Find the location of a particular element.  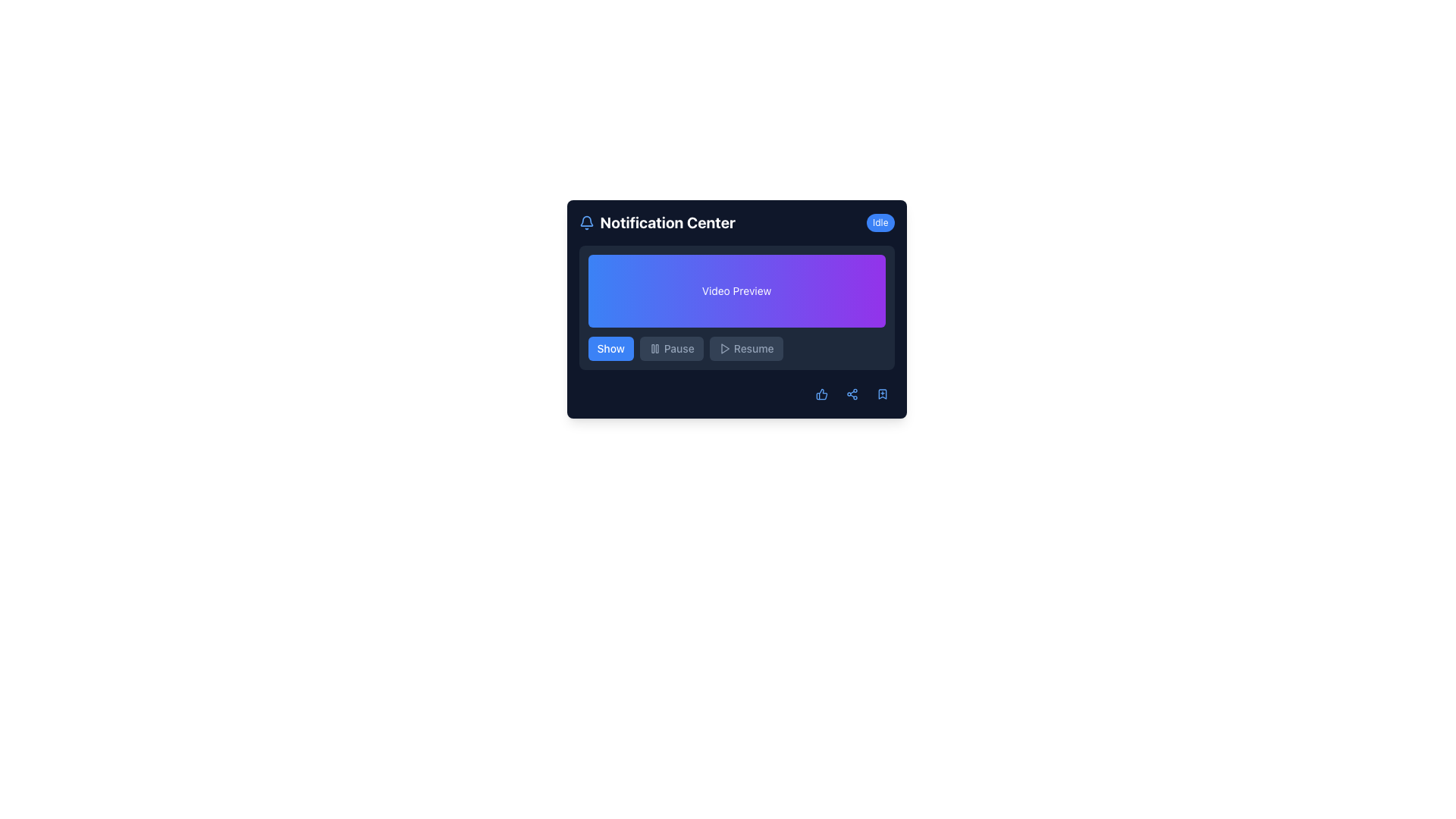

the status indicator displaying 'Idle' in the top-right corner next to the 'Notification Center' title is located at coordinates (880, 222).